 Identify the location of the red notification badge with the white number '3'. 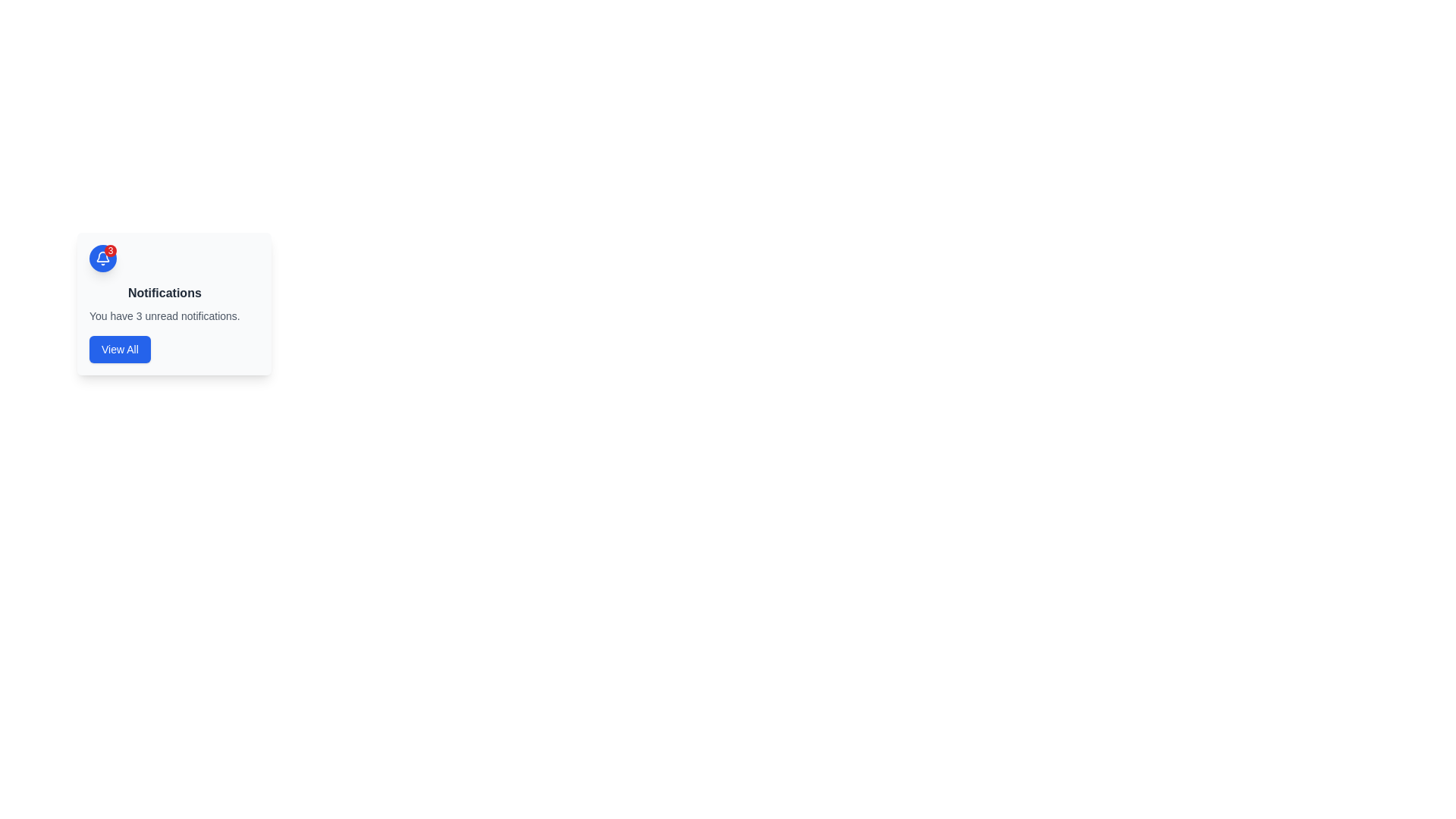
(109, 250).